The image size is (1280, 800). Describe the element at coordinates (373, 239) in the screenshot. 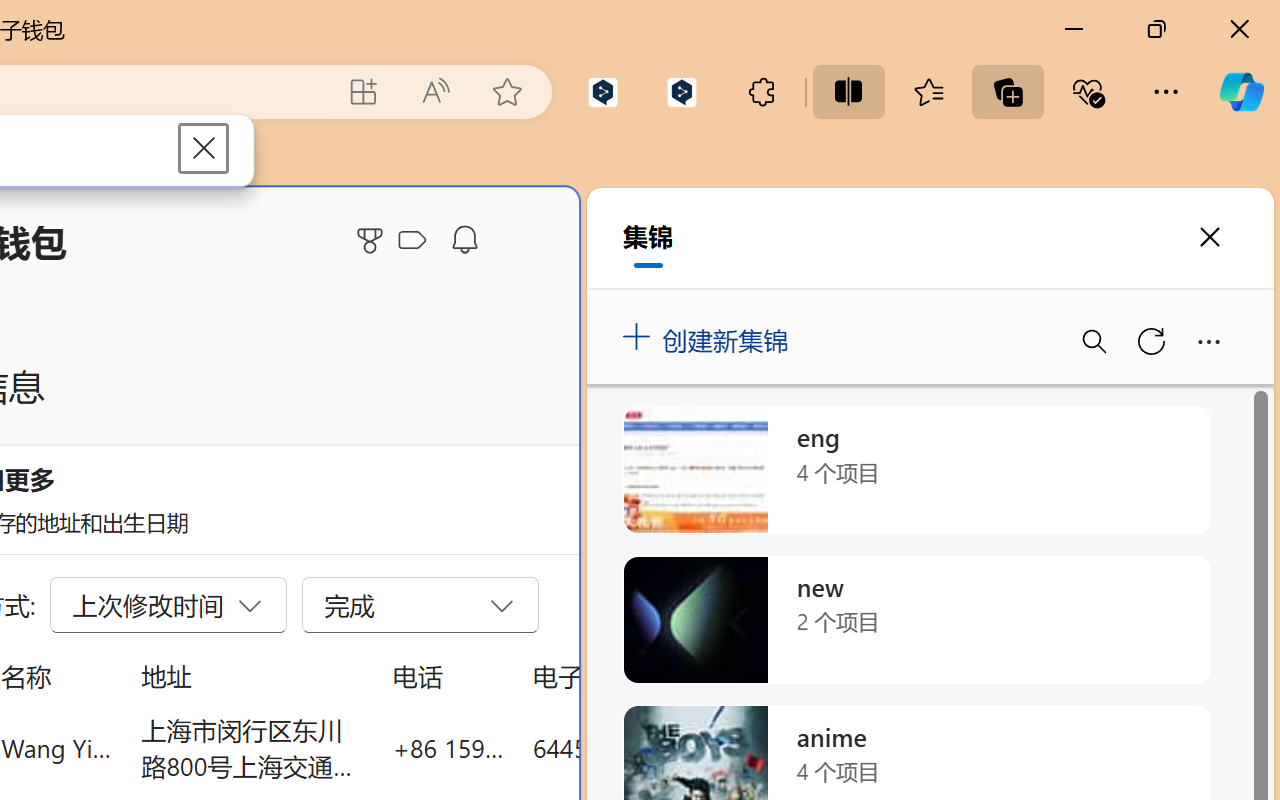

I see `'Microsoft Rewards'` at that location.